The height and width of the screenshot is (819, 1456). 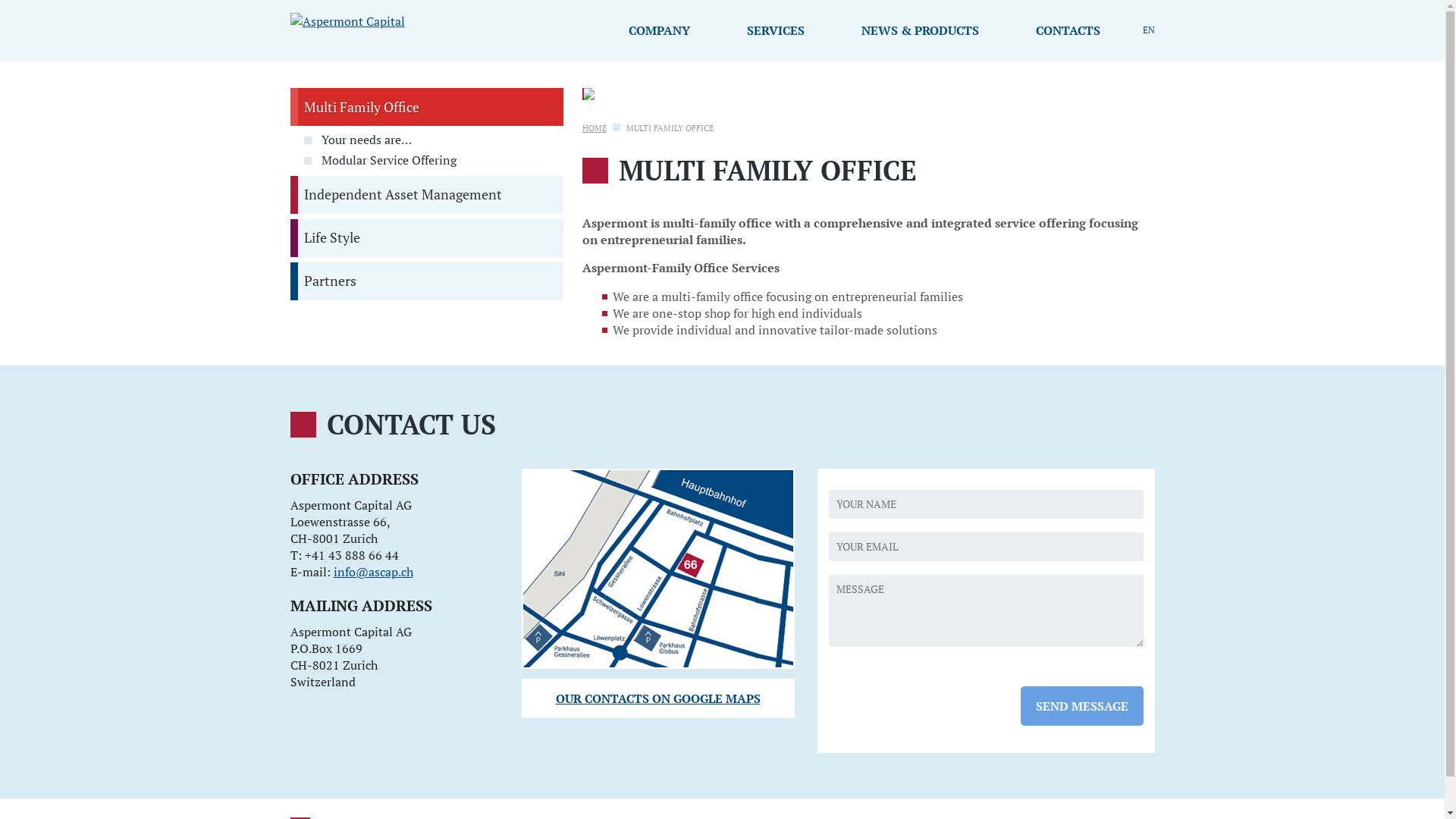 I want to click on 'EN', so click(x=1147, y=30).